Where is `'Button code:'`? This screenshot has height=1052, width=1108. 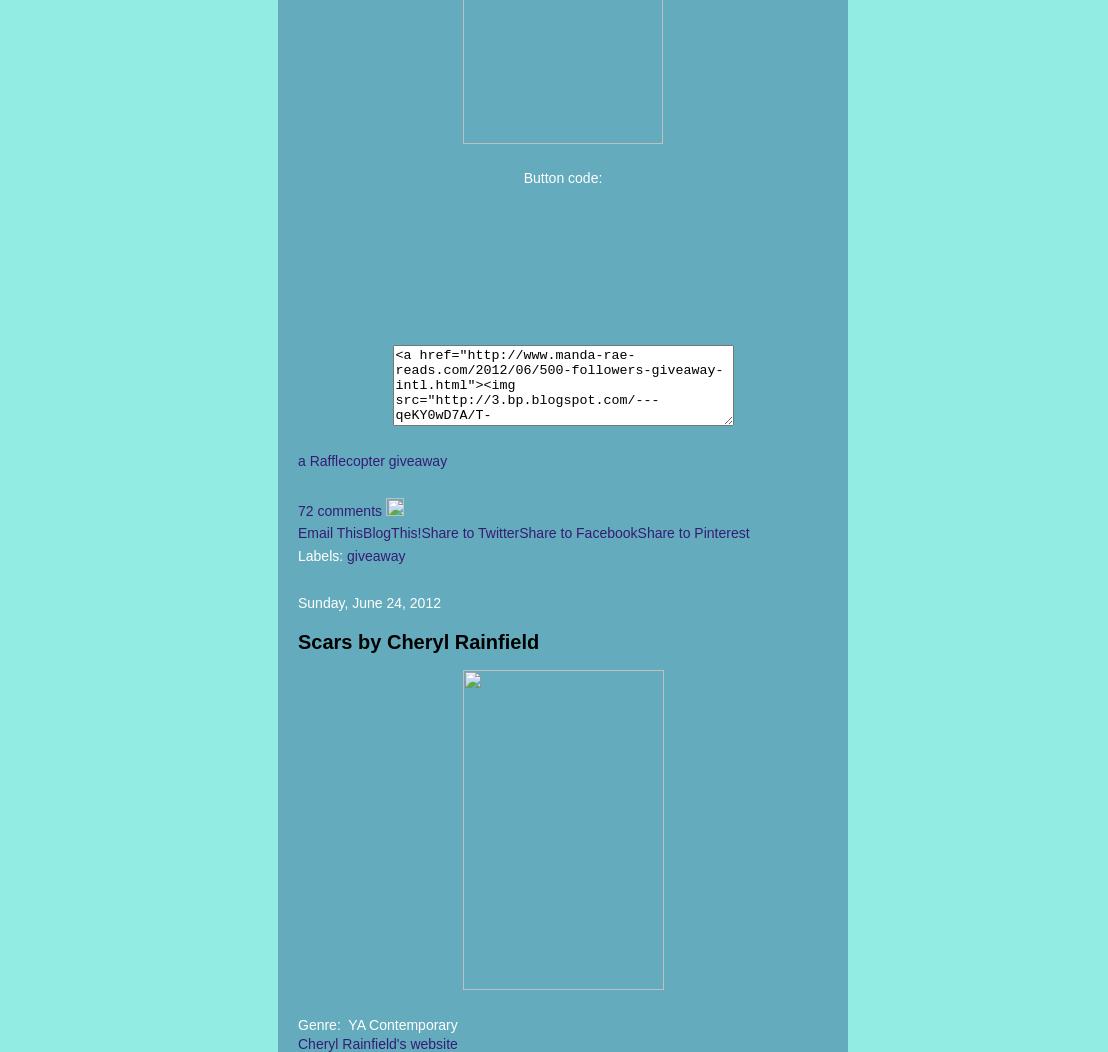 'Button code:' is located at coordinates (562, 177).